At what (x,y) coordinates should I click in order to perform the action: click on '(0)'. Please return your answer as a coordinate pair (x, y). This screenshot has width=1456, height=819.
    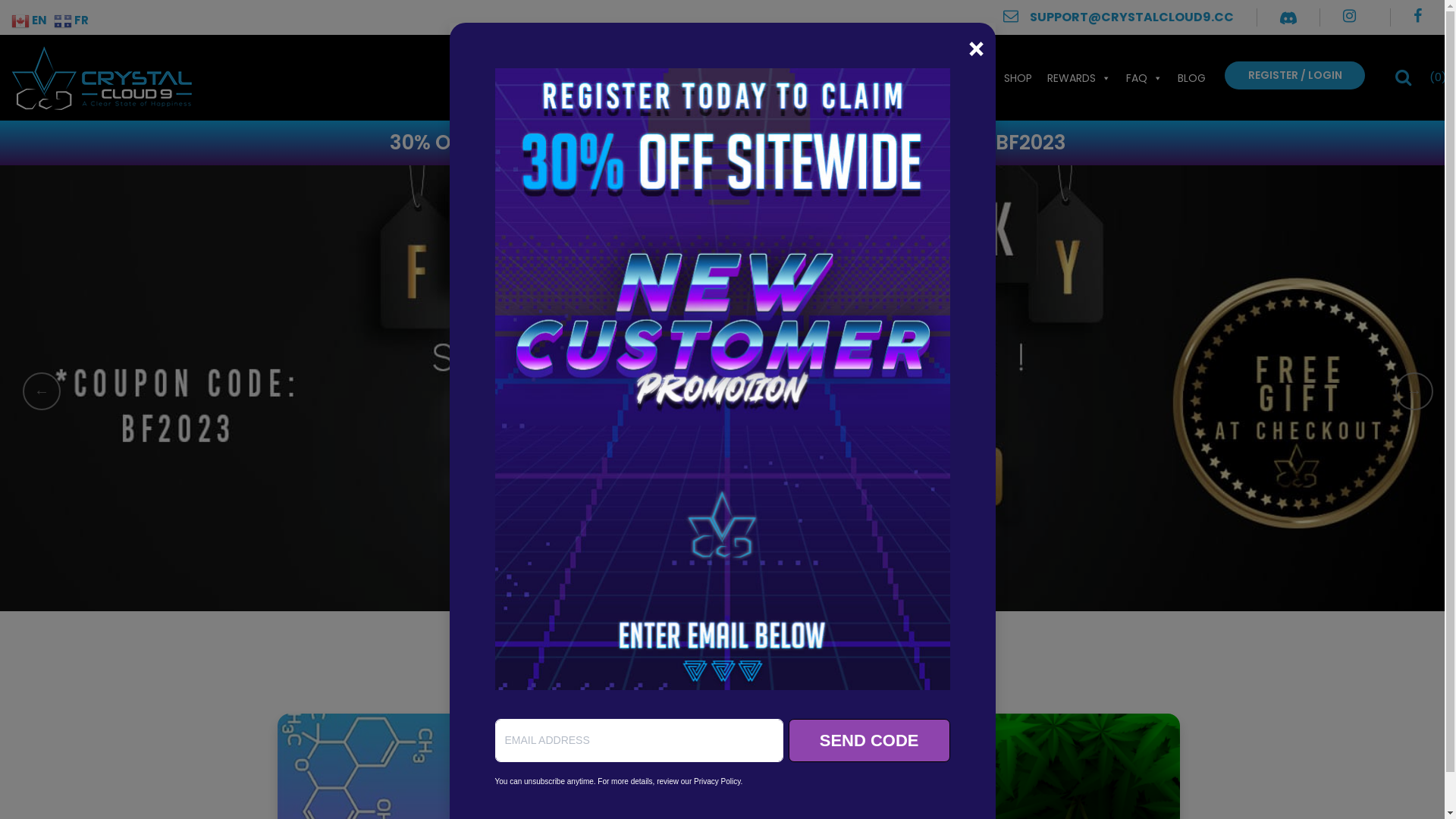
    Looking at the image, I should click on (1437, 77).